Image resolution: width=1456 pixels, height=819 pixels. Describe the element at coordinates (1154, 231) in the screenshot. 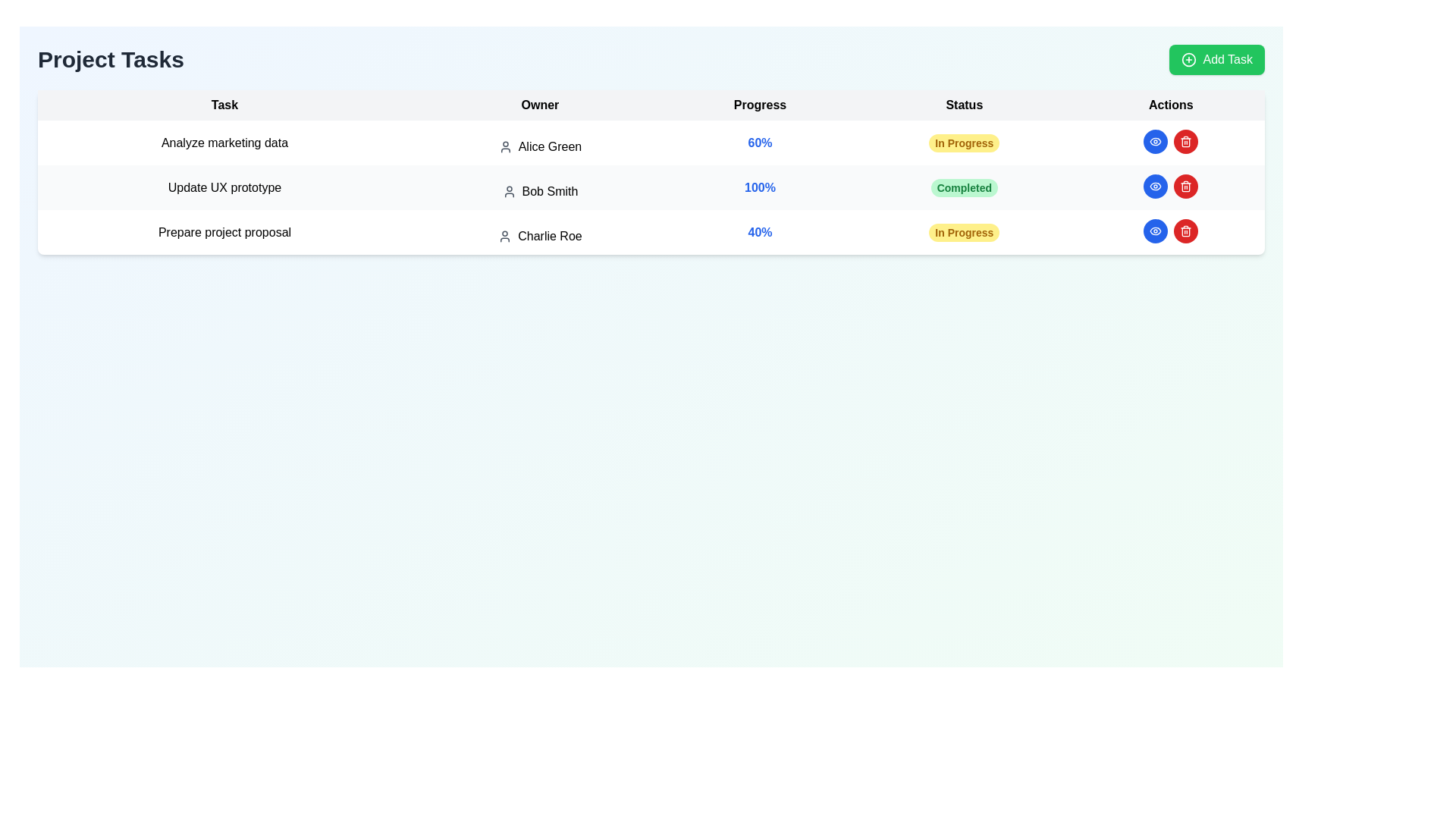

I see `the leftmost button` at that location.